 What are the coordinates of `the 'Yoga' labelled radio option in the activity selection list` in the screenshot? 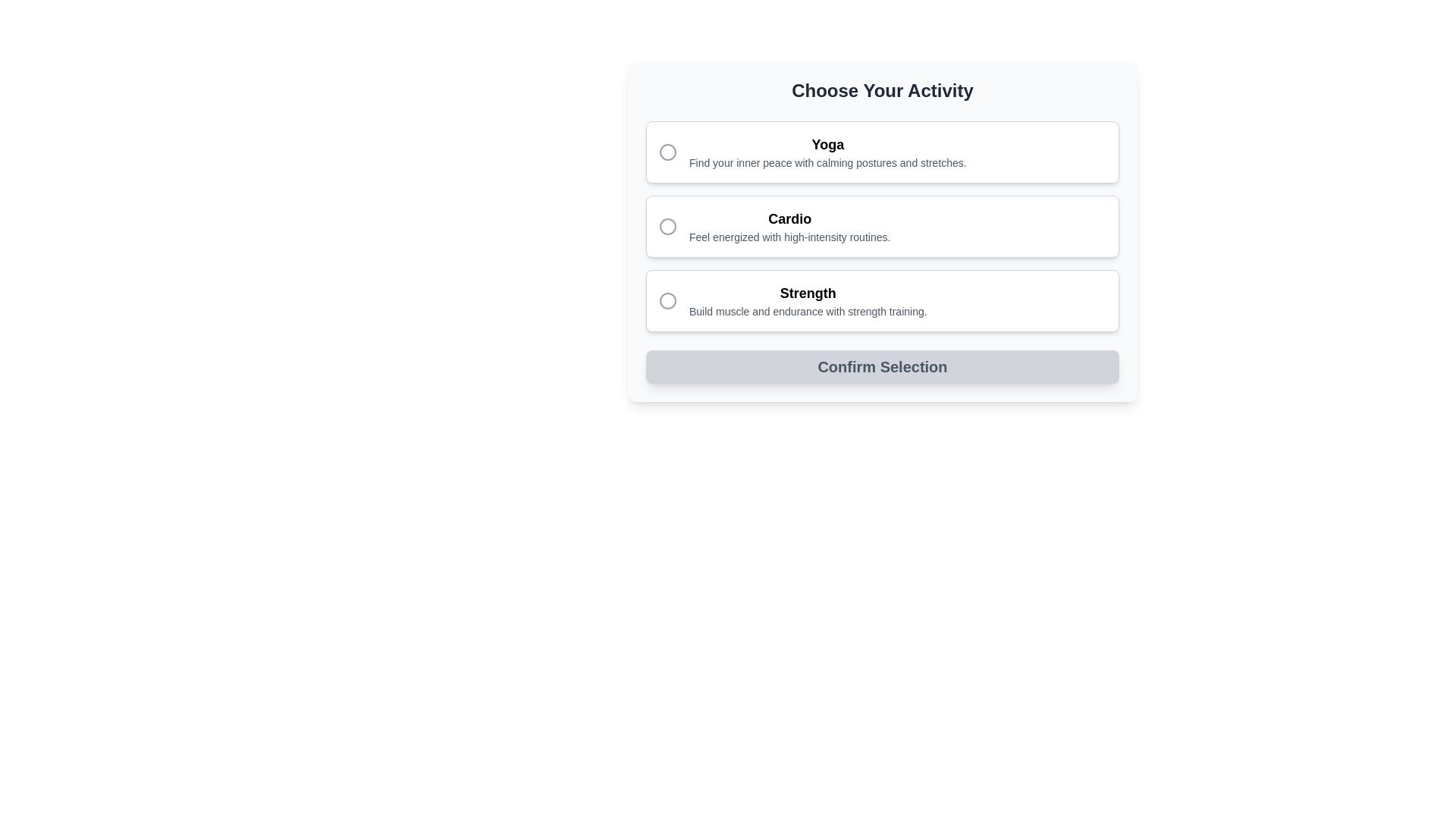 It's located at (811, 152).